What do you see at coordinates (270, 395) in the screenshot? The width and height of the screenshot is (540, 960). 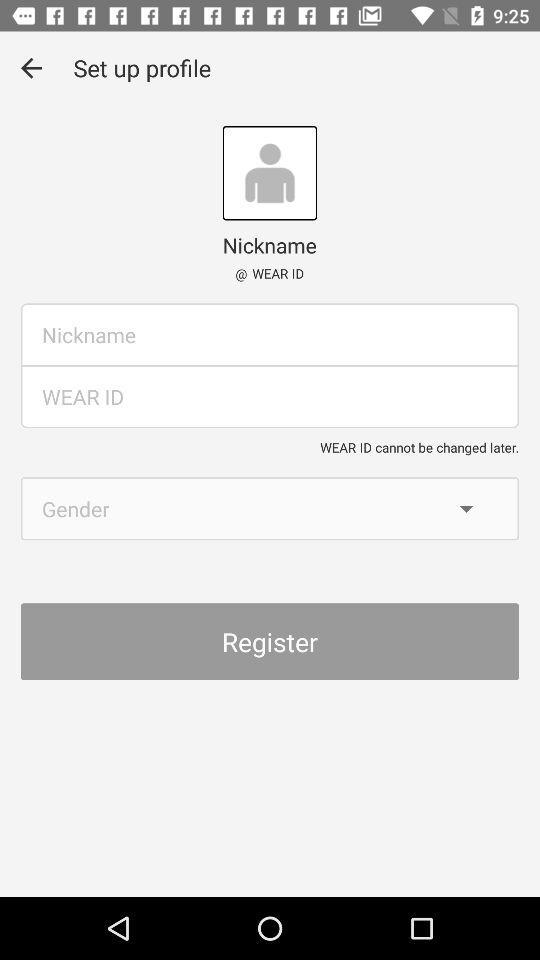 I see `password` at bounding box center [270, 395].